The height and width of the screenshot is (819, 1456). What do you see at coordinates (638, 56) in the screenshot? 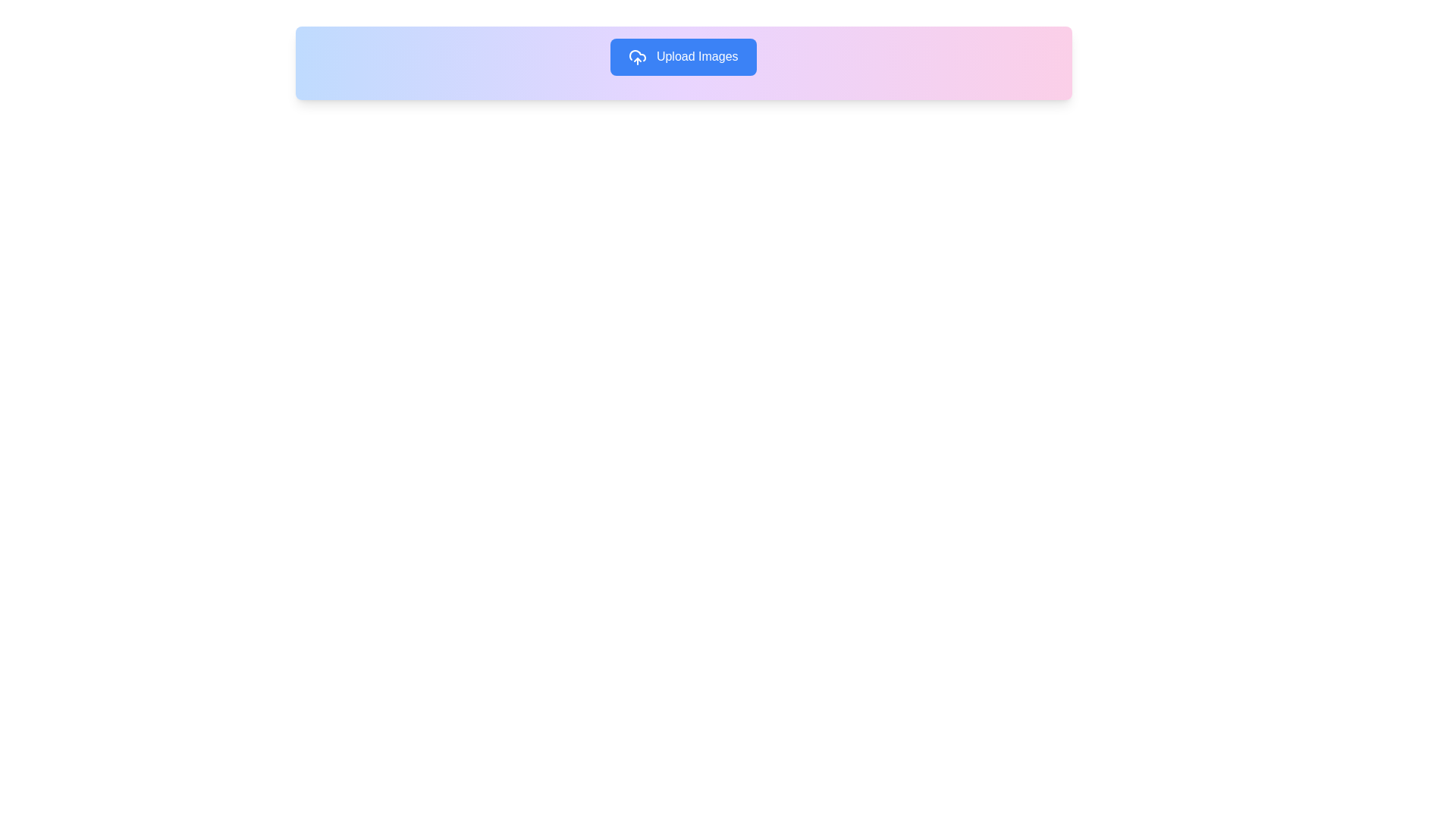
I see `the upload icon located on the left side of the 'Upload Images' button, which signifies the upload action` at bounding box center [638, 56].